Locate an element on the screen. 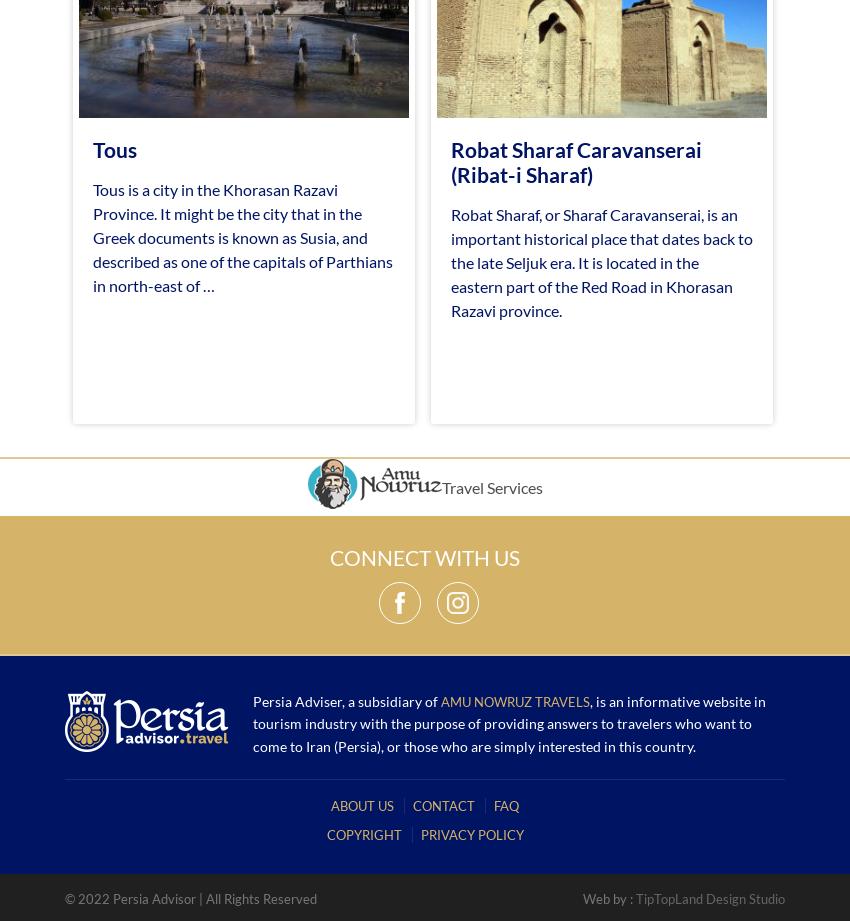 This screenshot has width=850, height=921. 'FAQ' is located at coordinates (506, 804).